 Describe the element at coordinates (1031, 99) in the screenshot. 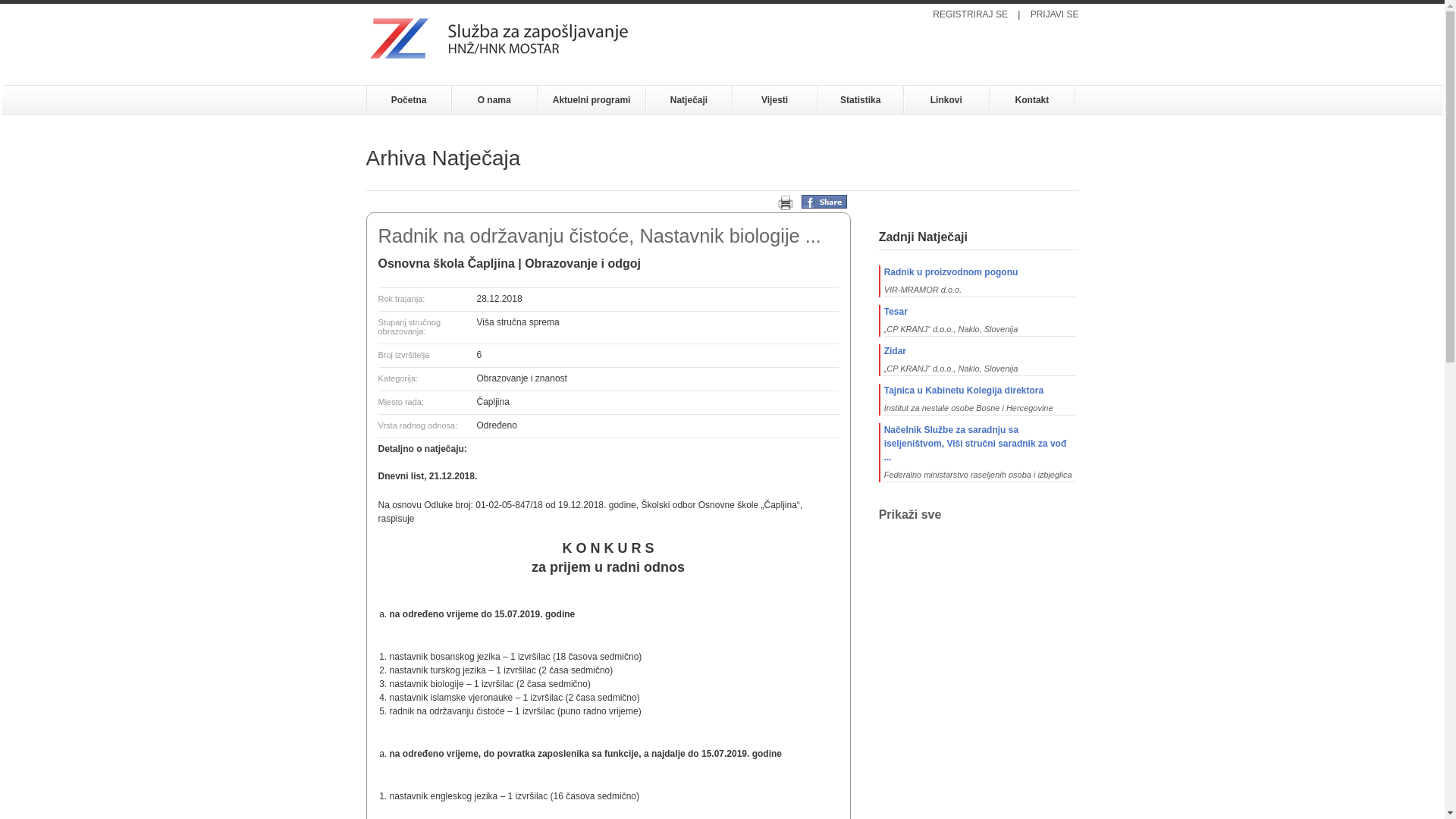

I see `'Kontakt'` at that location.